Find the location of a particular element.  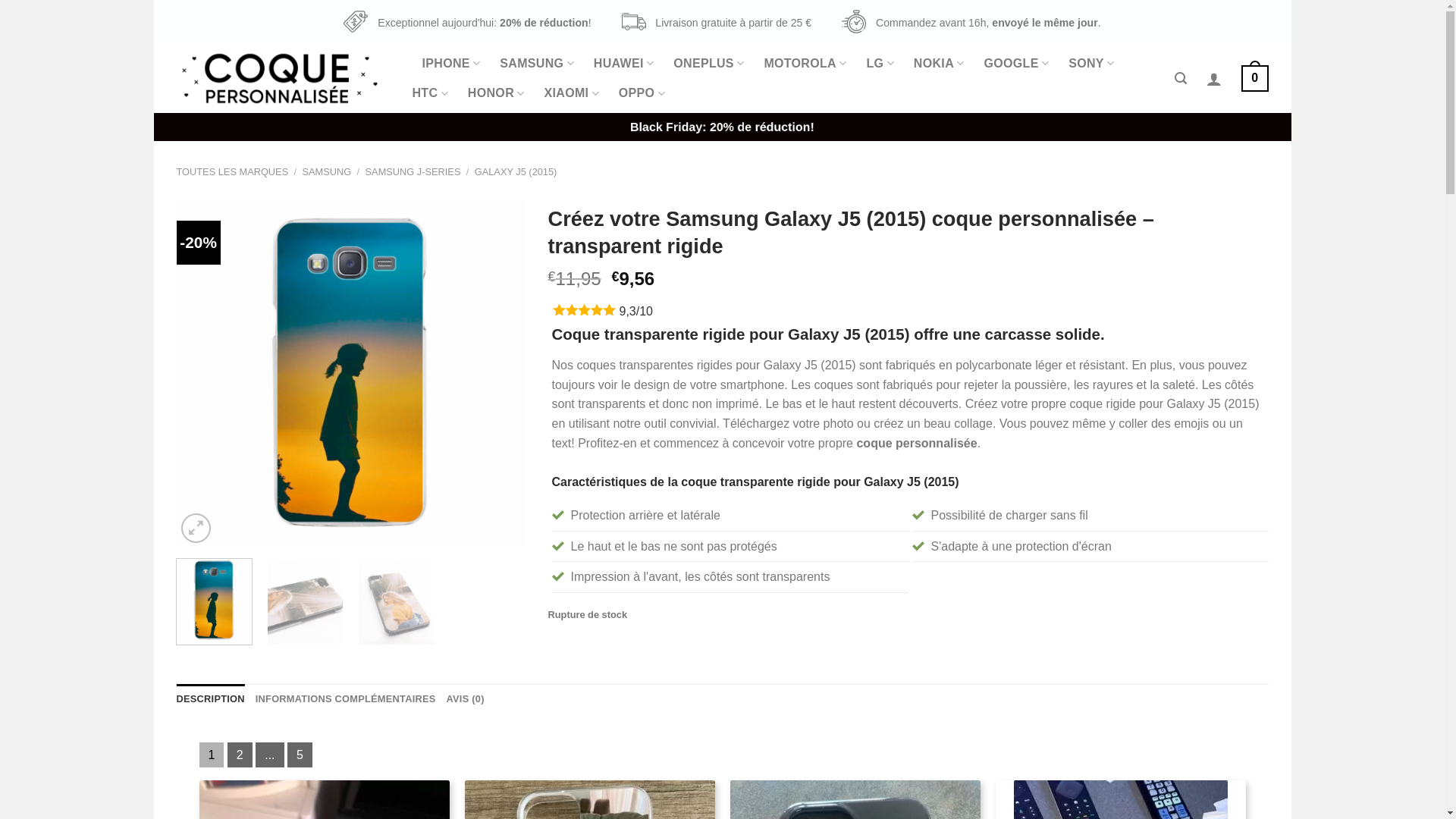

'GOOGLE' is located at coordinates (1016, 62).